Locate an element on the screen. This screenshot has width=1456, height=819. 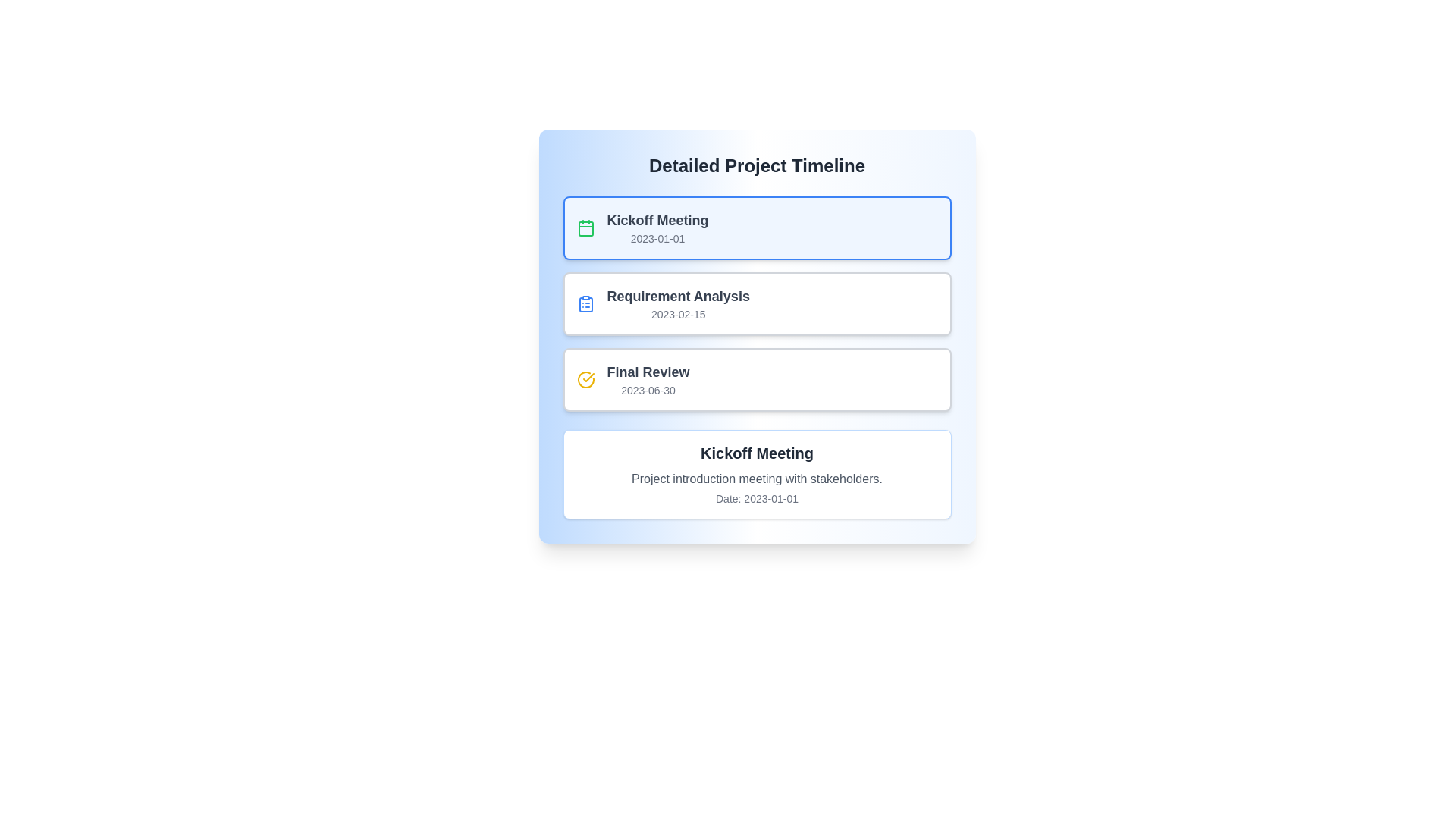
the text label displaying the date for the 'Kickoff Meeting', which is positioned below the title and description within the card layout is located at coordinates (757, 499).